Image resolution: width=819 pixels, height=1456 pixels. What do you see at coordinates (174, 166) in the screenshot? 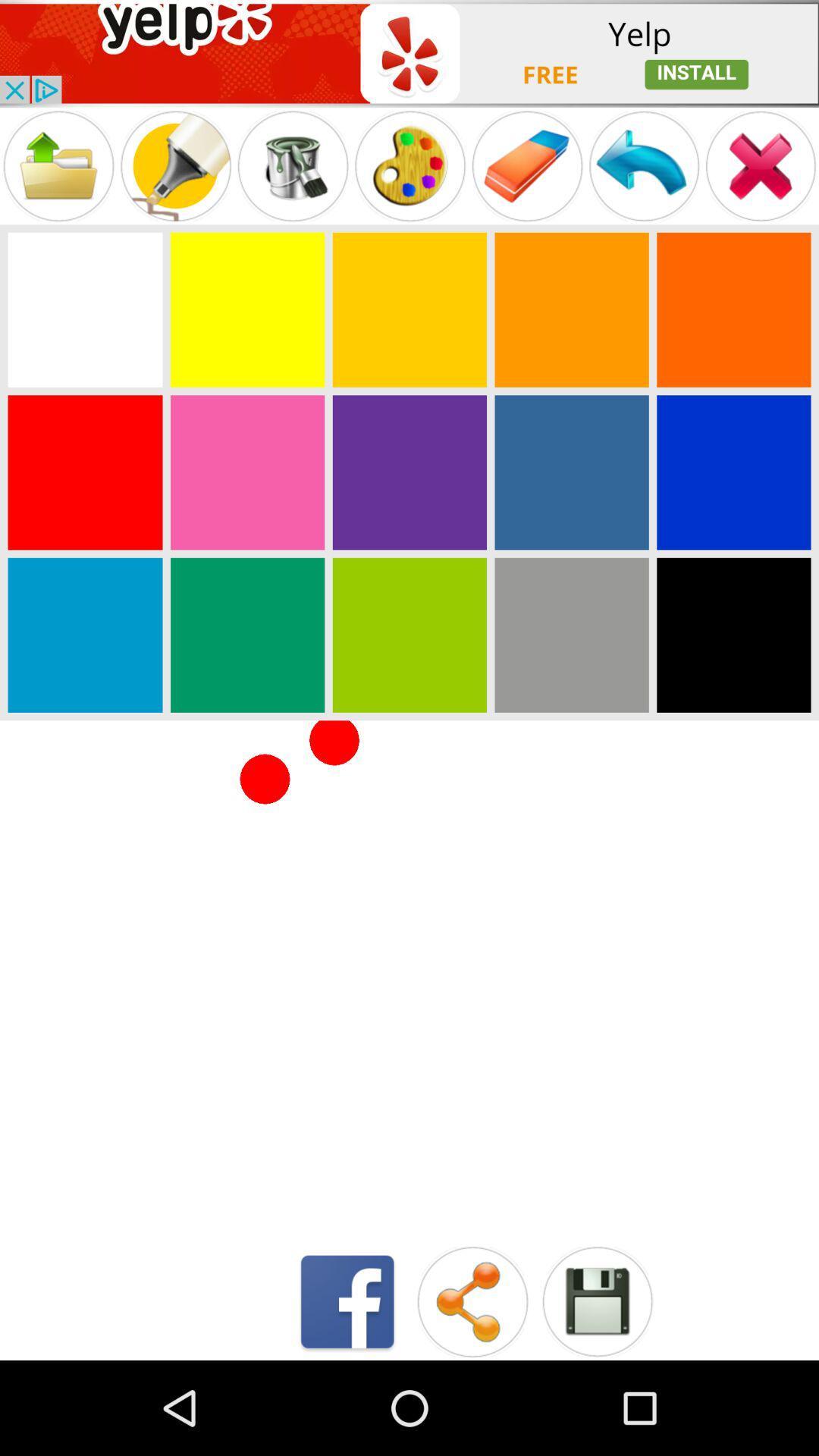
I see `brush` at bounding box center [174, 166].